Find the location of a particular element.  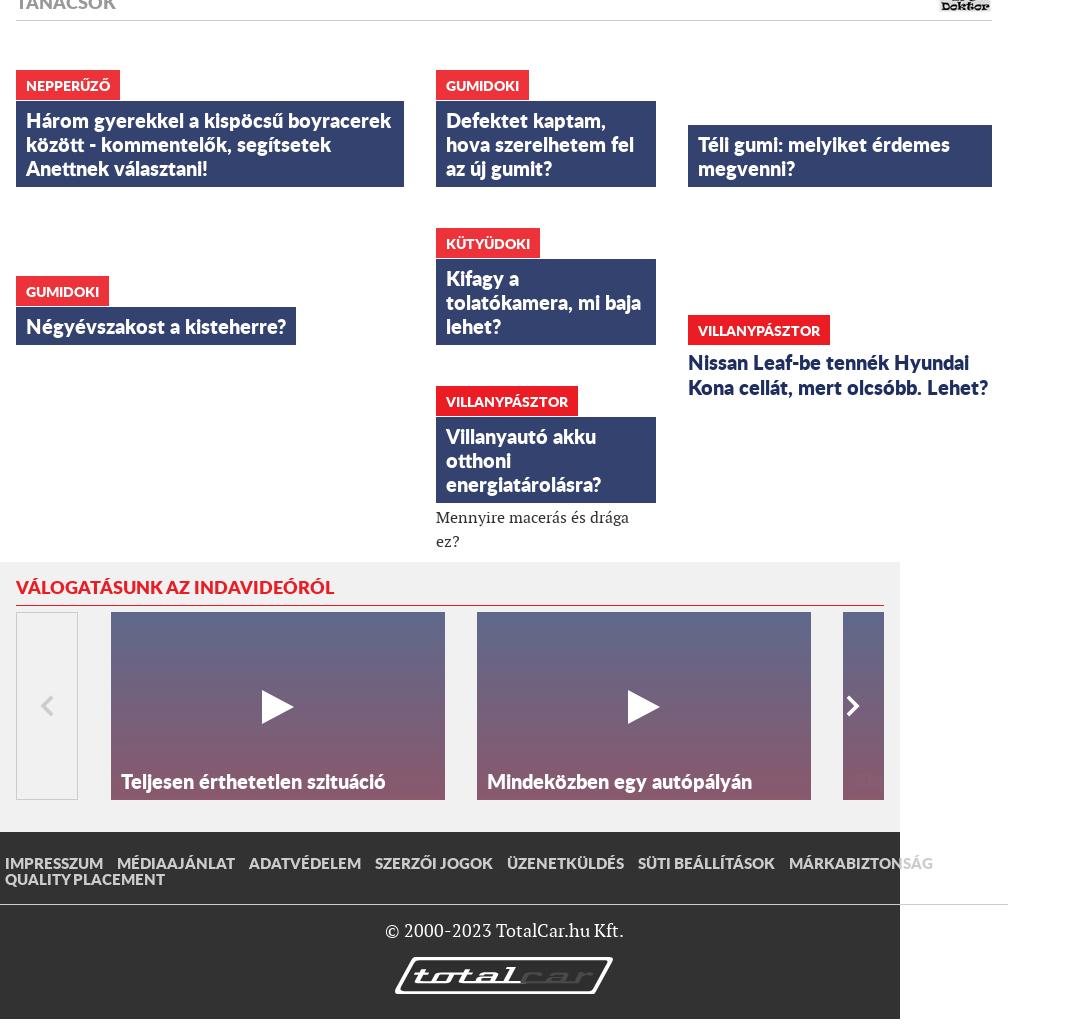

'Téli gumi: melyiket érdemes megvenni?' is located at coordinates (824, 154).